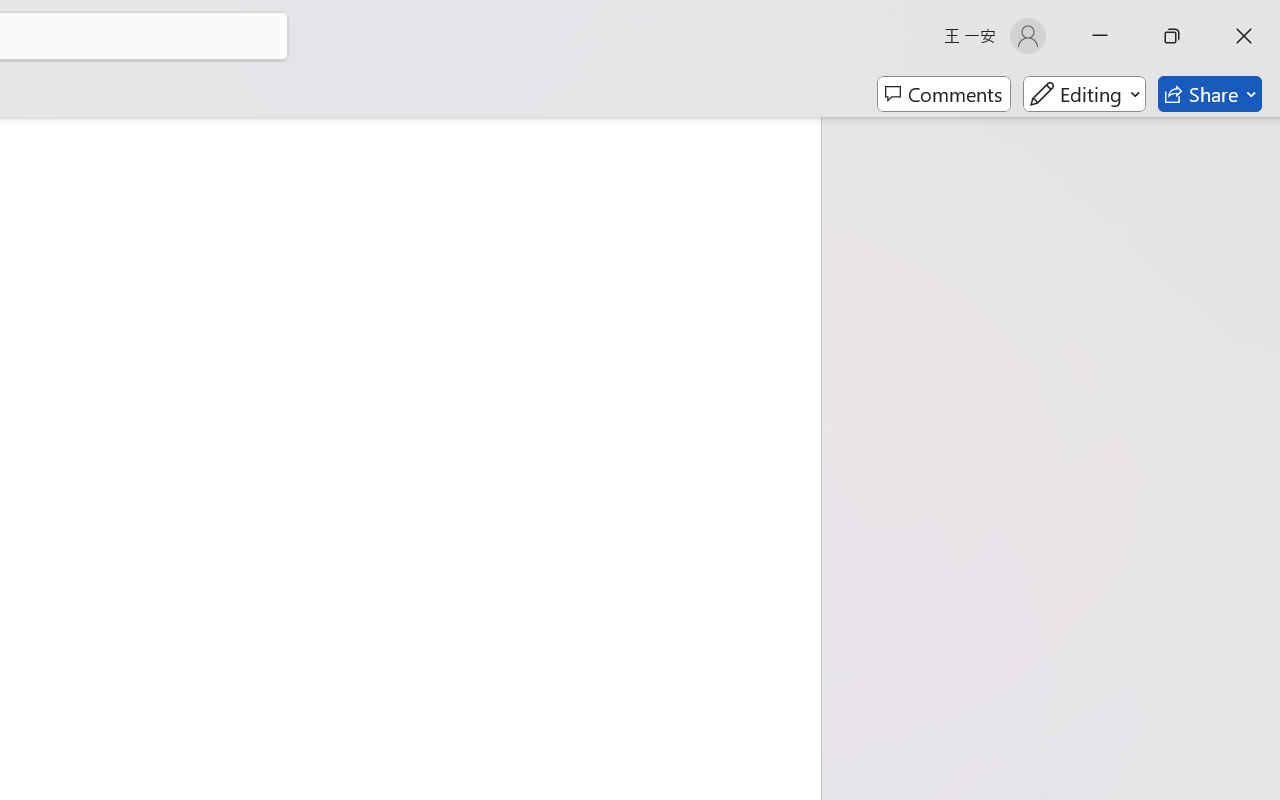 The image size is (1280, 800). Describe the element at coordinates (943, 94) in the screenshot. I see `'Comments'` at that location.